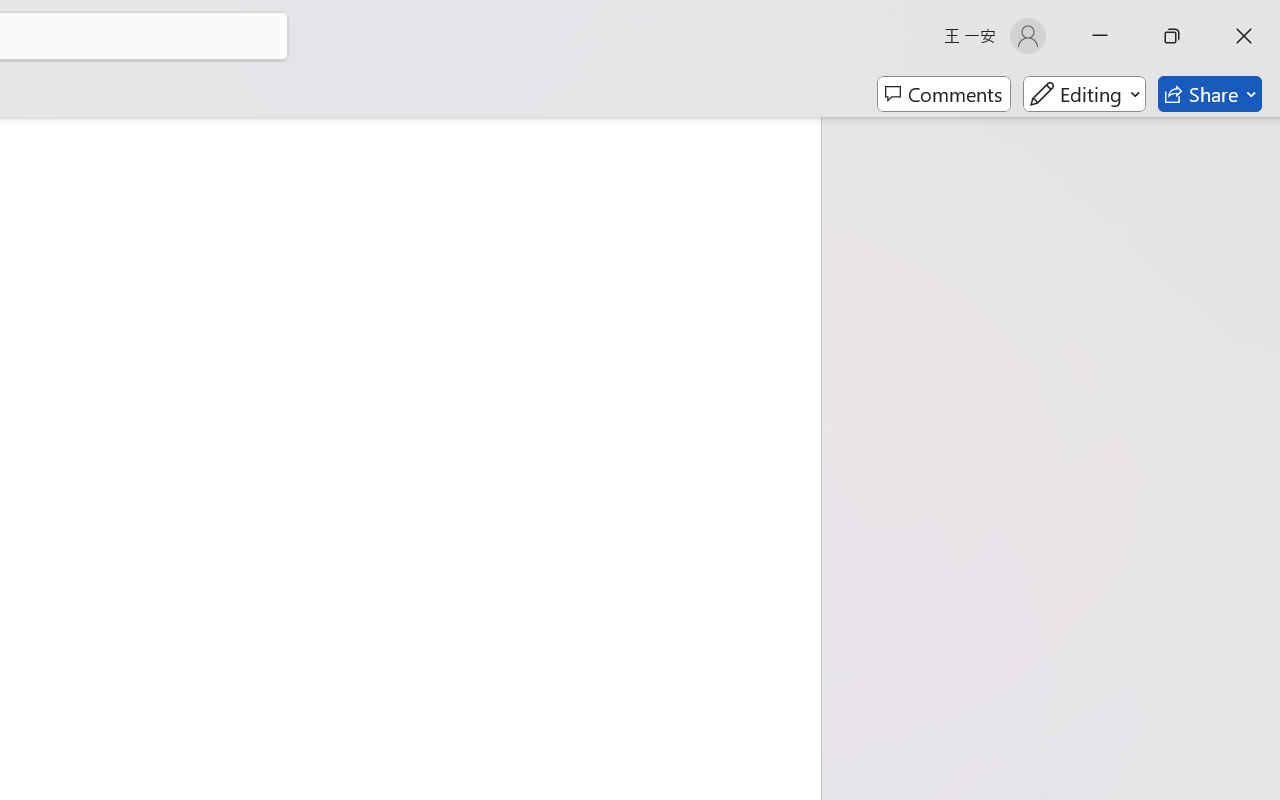 The image size is (1280, 800). Describe the element at coordinates (943, 94) in the screenshot. I see `'Comments'` at that location.